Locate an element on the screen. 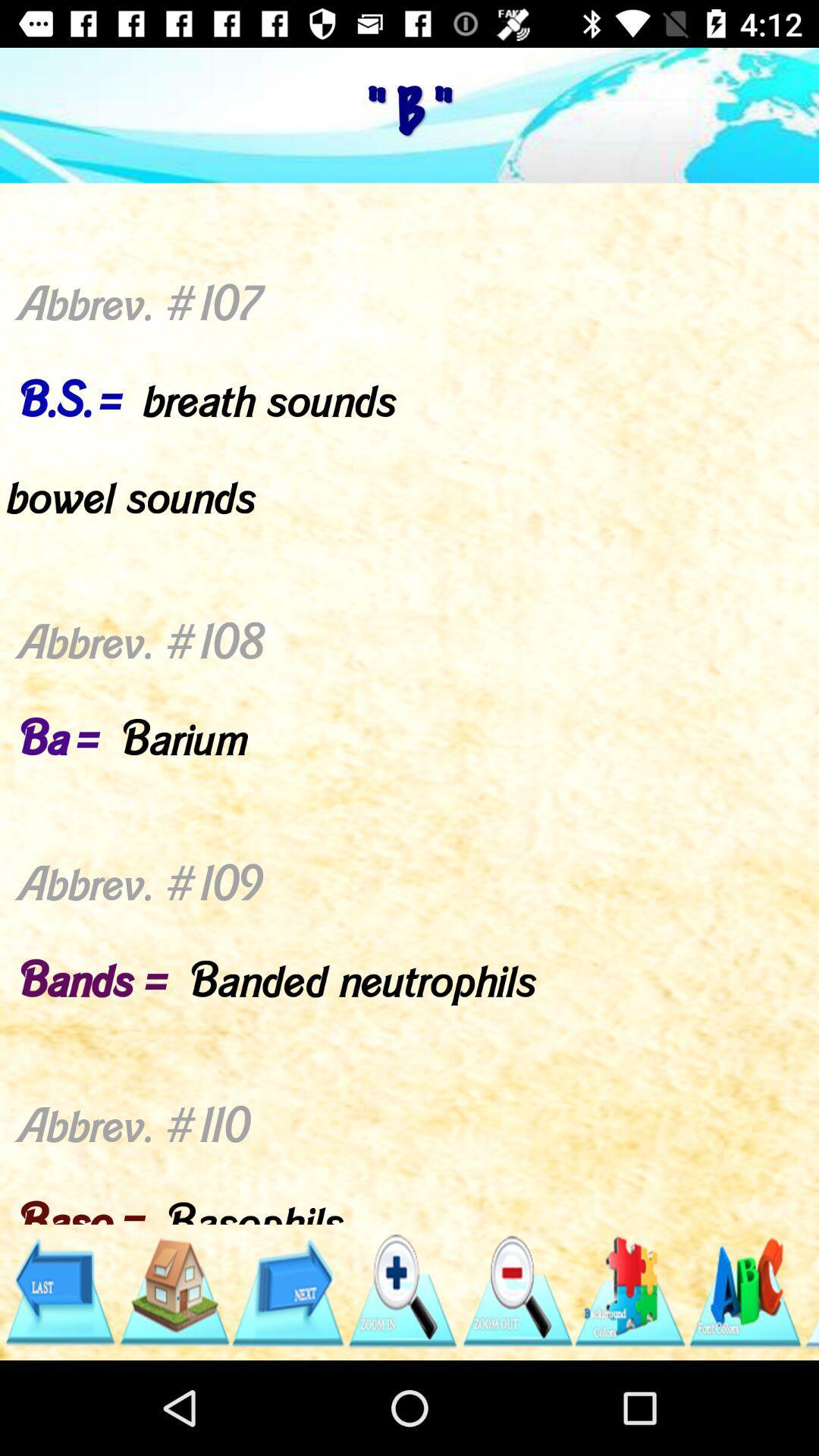 Image resolution: width=819 pixels, height=1456 pixels. zoom in is located at coordinates (401, 1291).